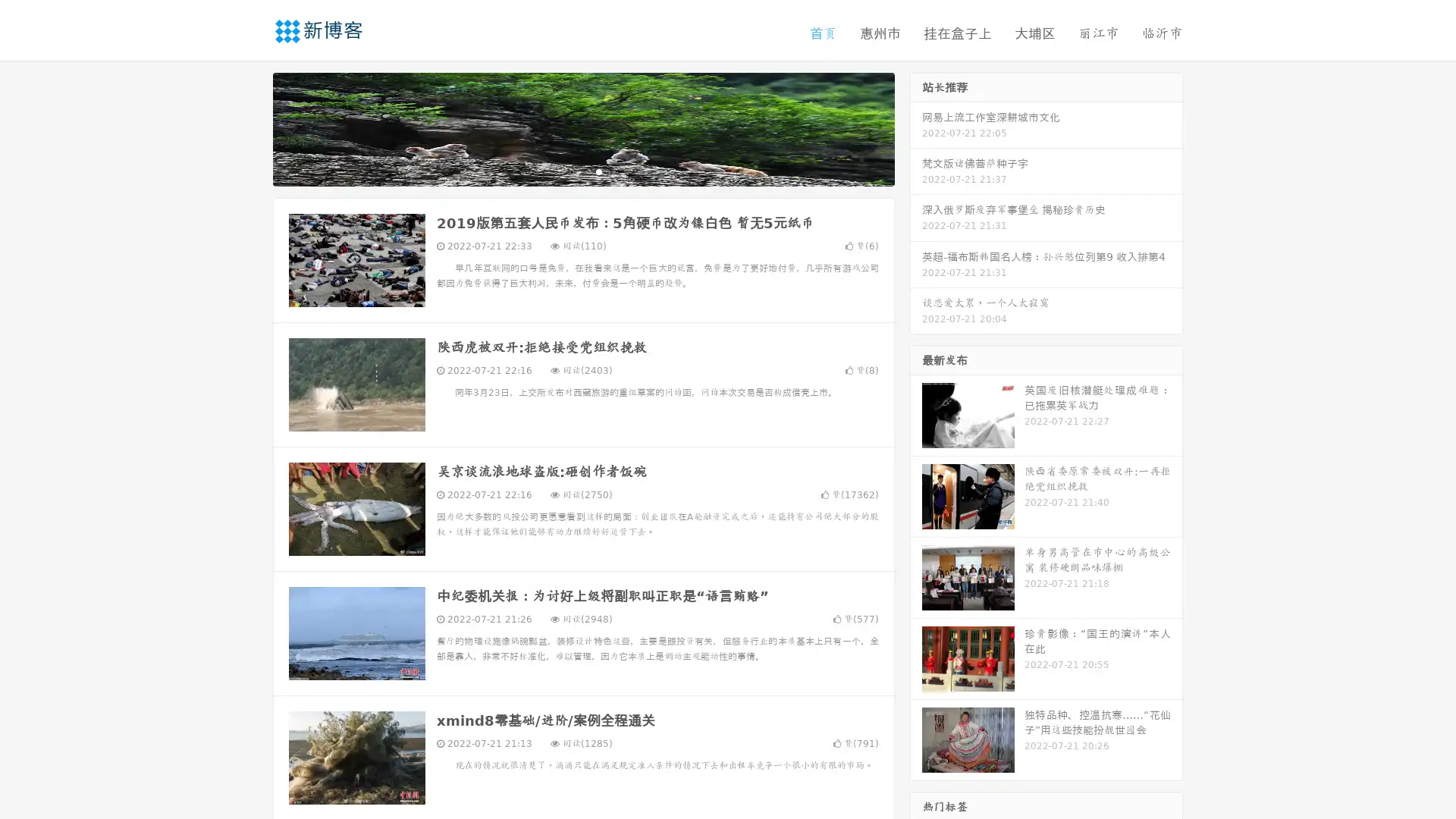 Image resolution: width=1456 pixels, height=819 pixels. Describe the element at coordinates (582, 171) in the screenshot. I see `Go to slide 2` at that location.